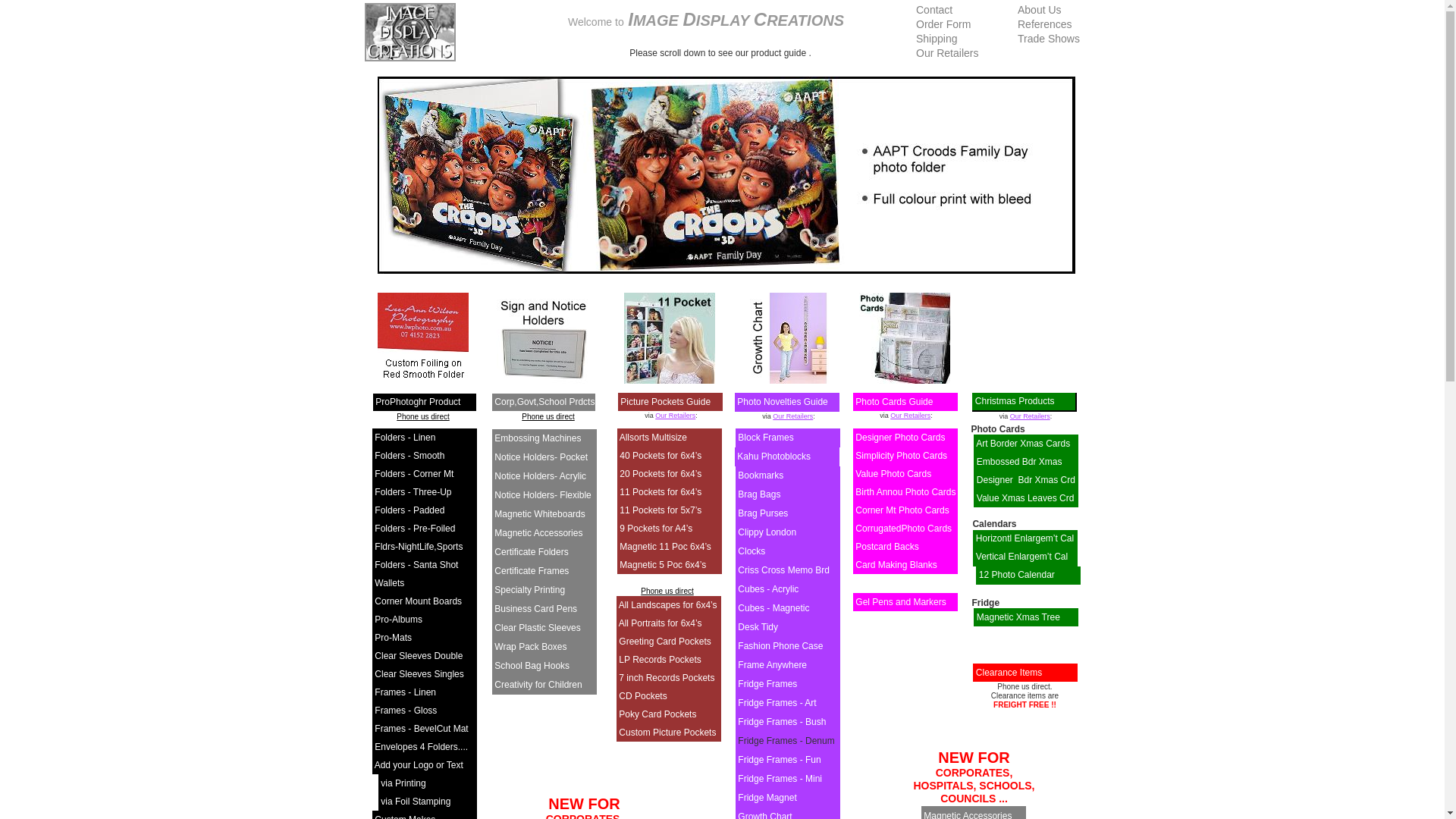 The height and width of the screenshot is (819, 1456). I want to click on 'Frame Anywhere', so click(772, 664).